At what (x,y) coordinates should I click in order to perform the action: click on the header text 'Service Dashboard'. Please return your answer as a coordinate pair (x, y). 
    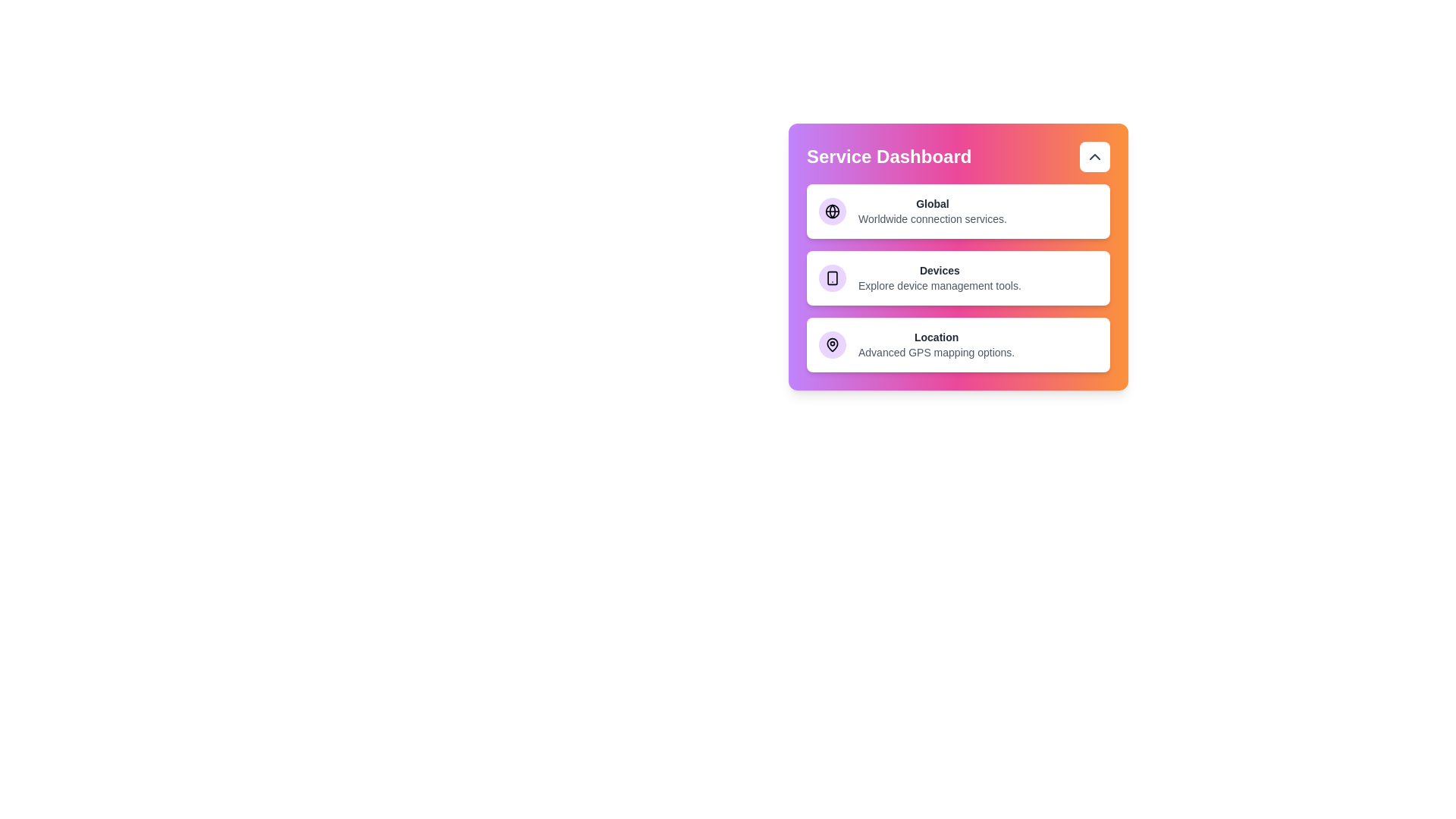
    Looking at the image, I should click on (957, 157).